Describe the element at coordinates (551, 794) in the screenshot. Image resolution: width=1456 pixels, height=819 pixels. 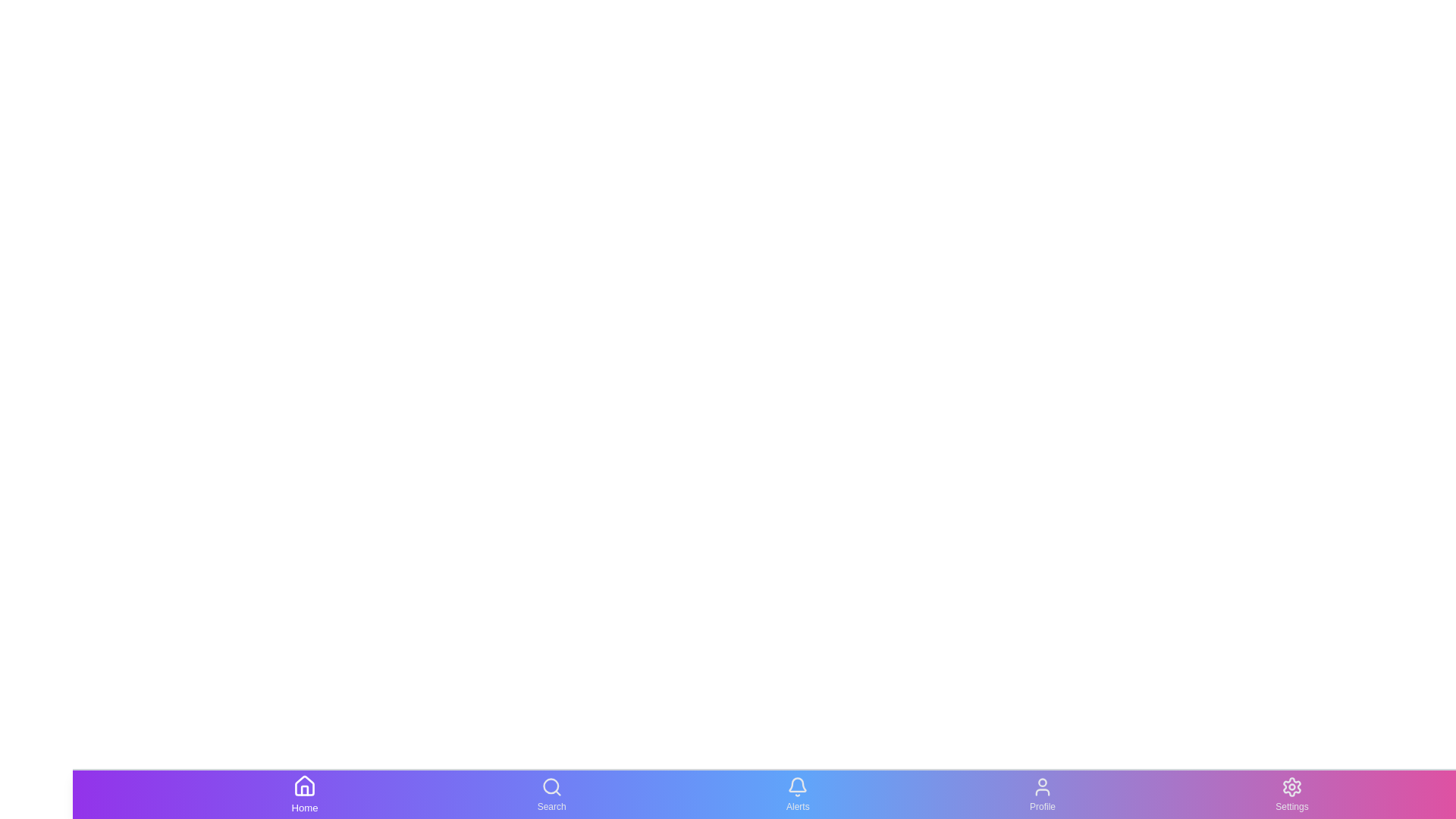
I see `the Search tab in the bottom navigation bar` at that location.